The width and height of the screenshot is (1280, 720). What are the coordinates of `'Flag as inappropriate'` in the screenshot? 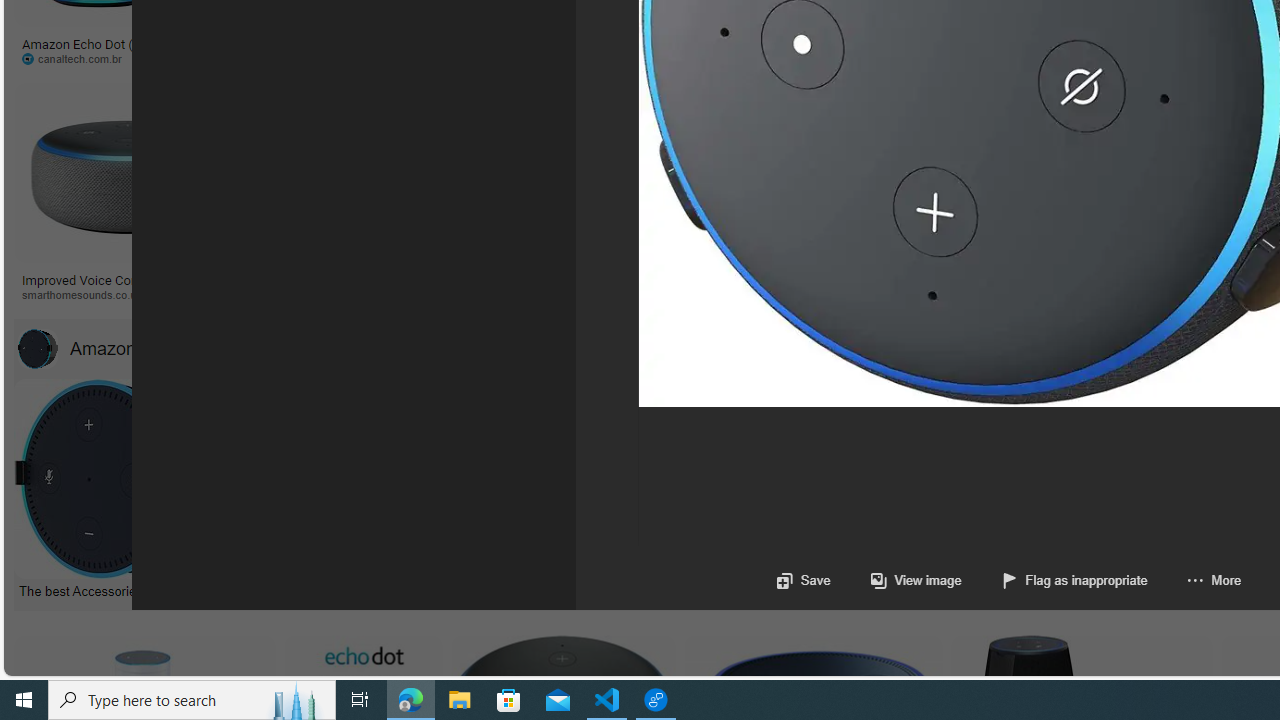 It's located at (1073, 580).